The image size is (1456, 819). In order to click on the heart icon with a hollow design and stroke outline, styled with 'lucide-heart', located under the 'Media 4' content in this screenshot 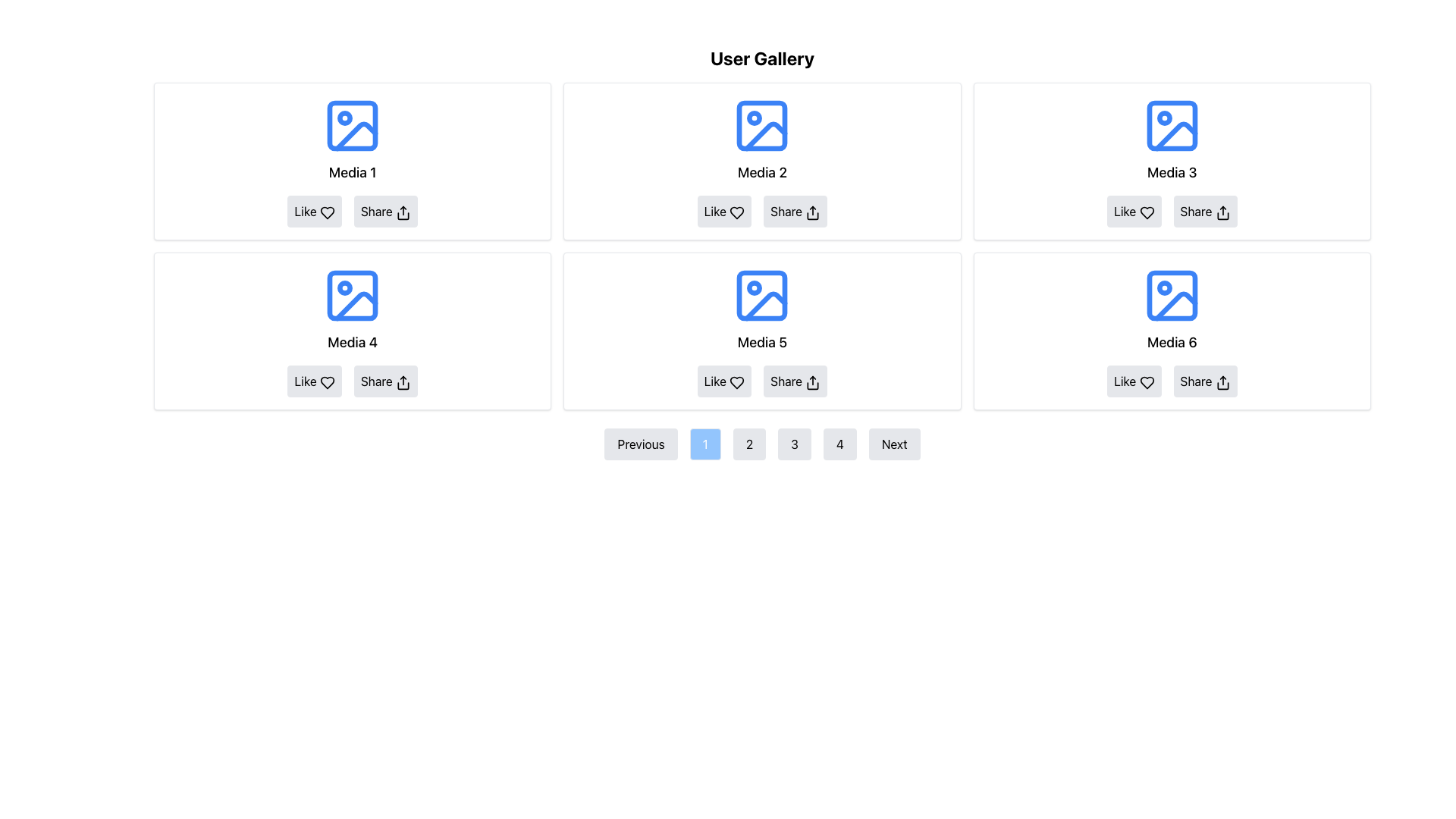, I will do `click(326, 381)`.